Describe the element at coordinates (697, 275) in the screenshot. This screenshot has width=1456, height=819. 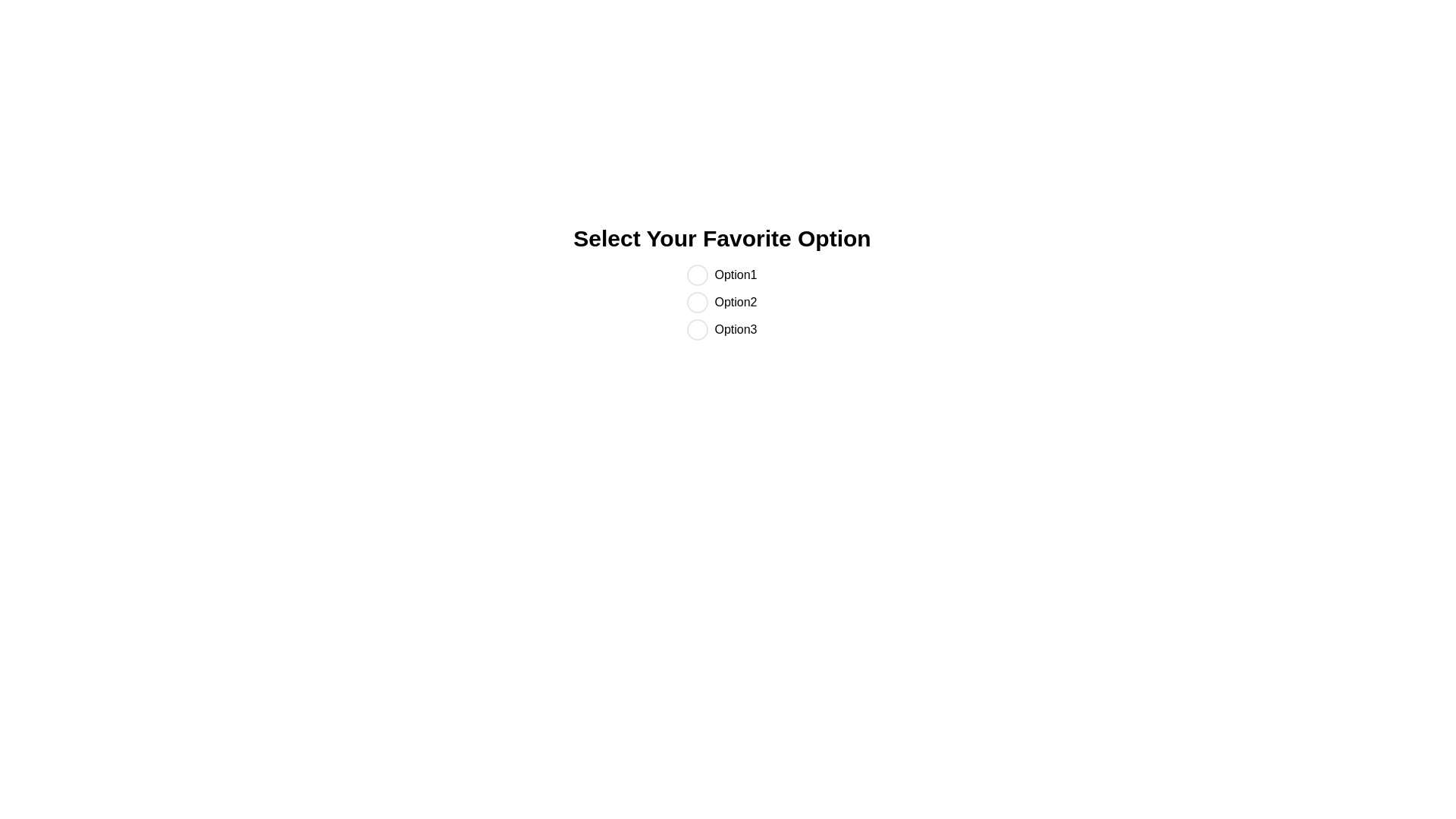
I see `the radio selector indicator for keyboard interaction` at that location.